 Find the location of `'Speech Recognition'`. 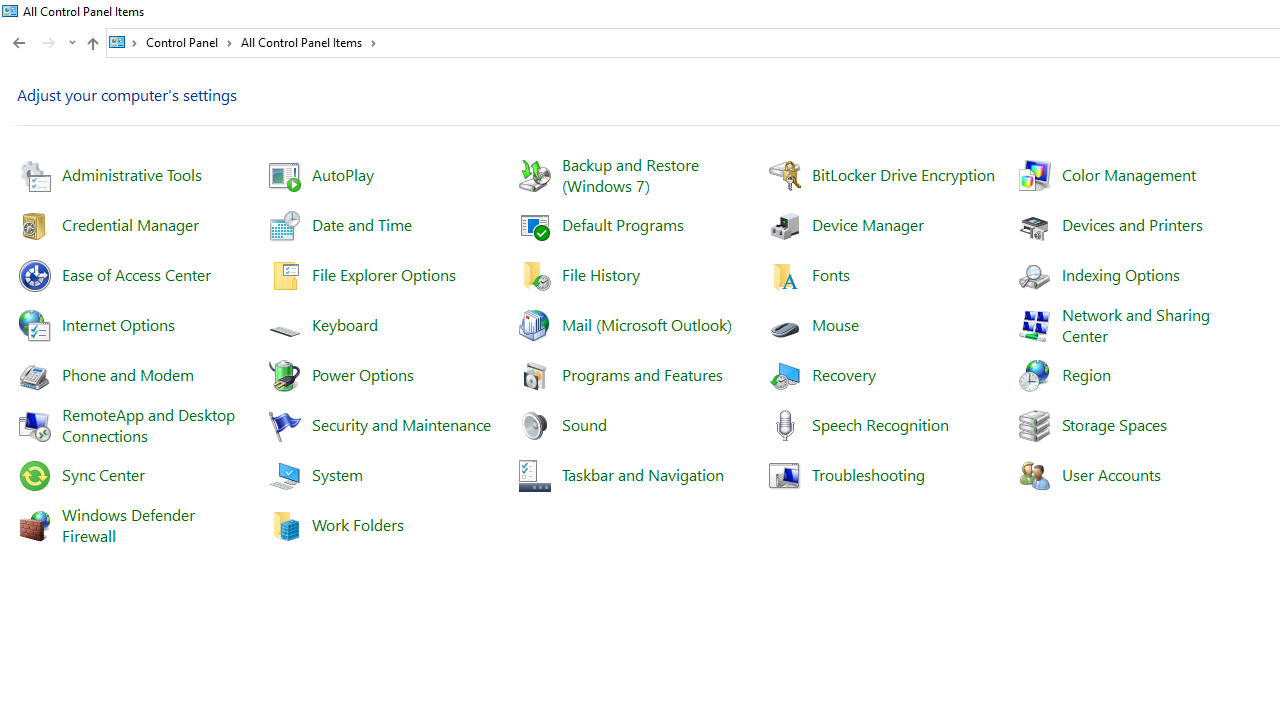

'Speech Recognition' is located at coordinates (880, 423).